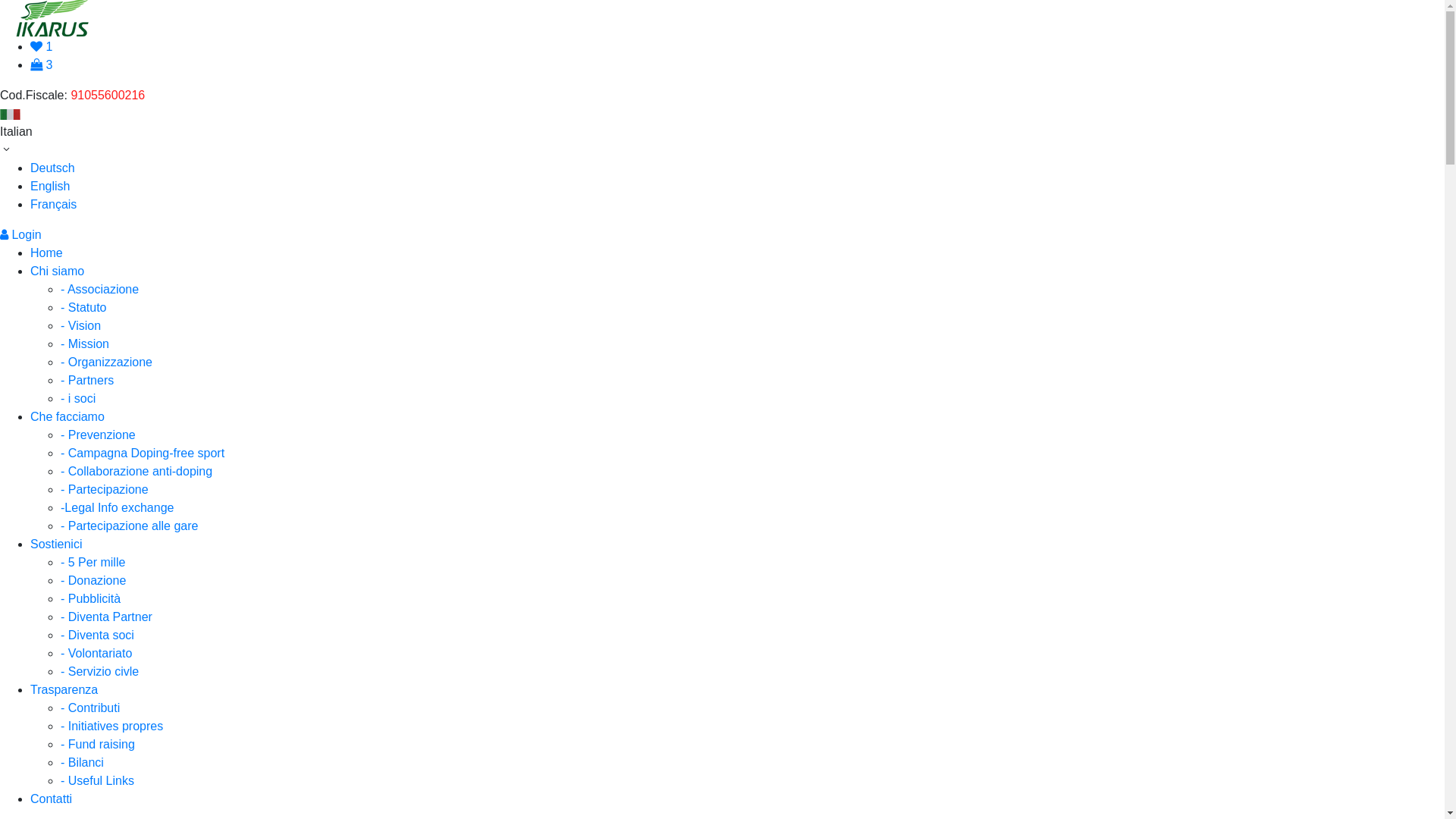 The image size is (1456, 819). What do you see at coordinates (105, 362) in the screenshot?
I see `'- Organizzazione'` at bounding box center [105, 362].